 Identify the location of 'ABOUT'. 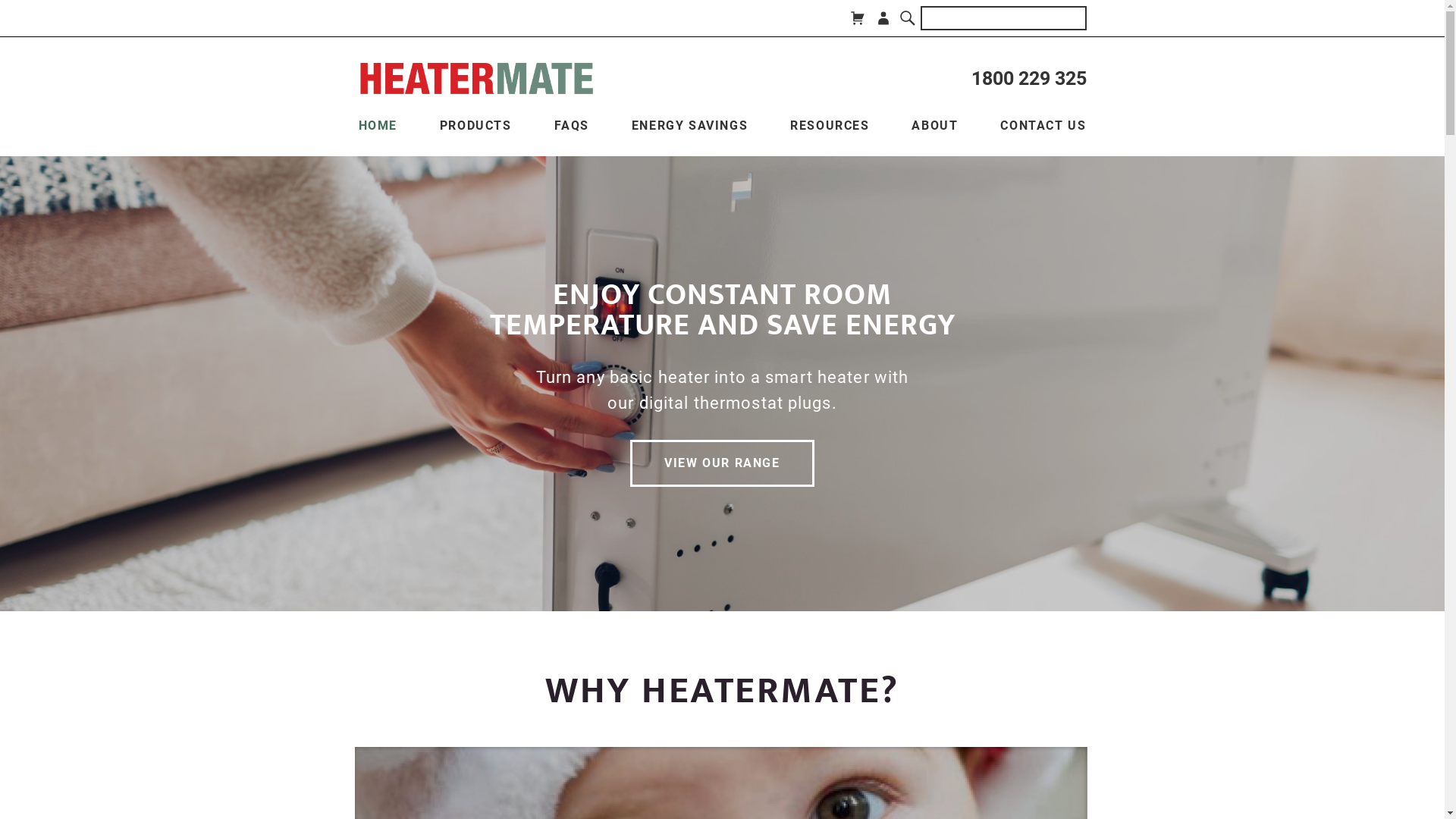
(934, 124).